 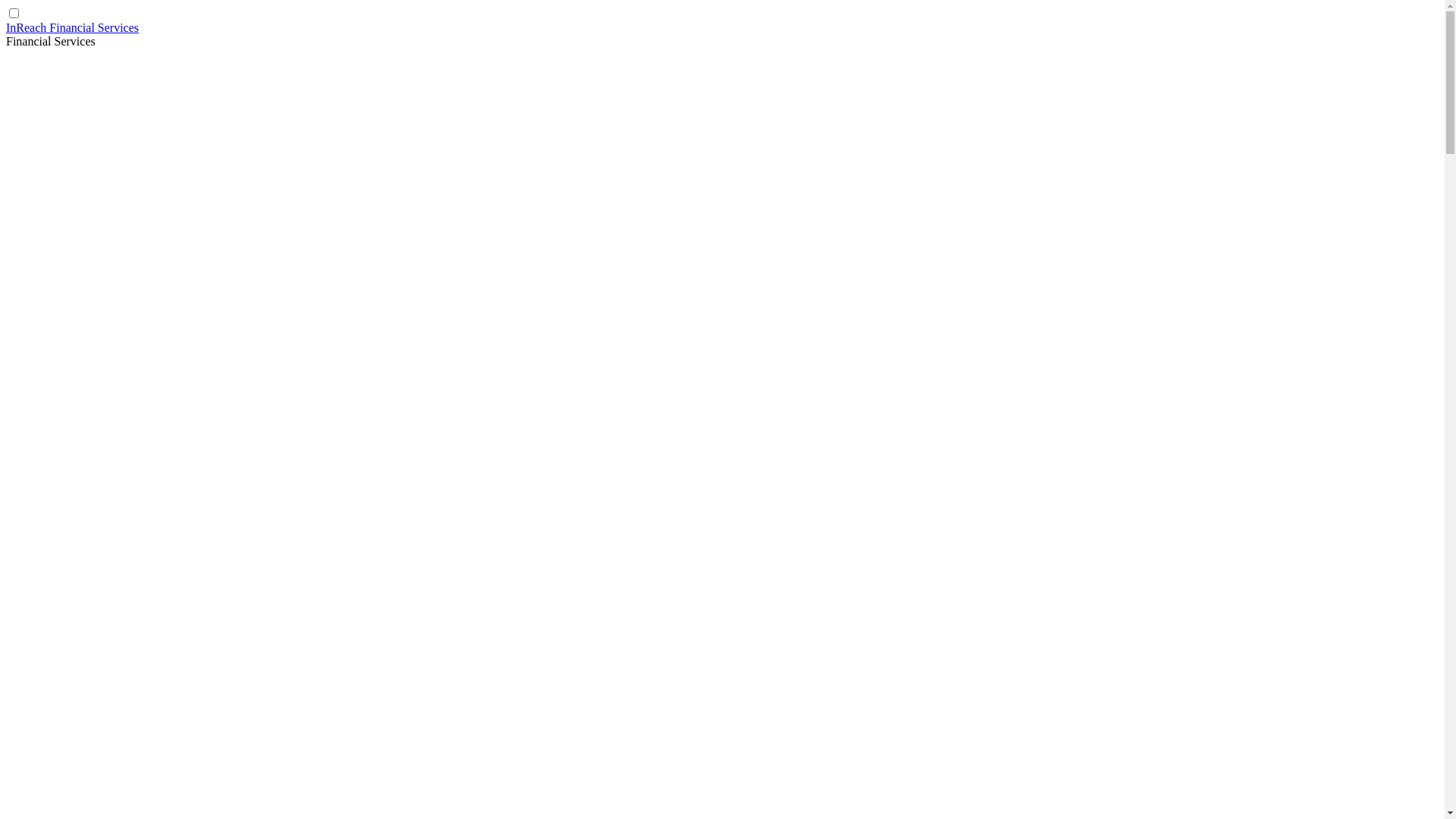 What do you see at coordinates (71, 27) in the screenshot?
I see `'InReach Financial Services'` at bounding box center [71, 27].